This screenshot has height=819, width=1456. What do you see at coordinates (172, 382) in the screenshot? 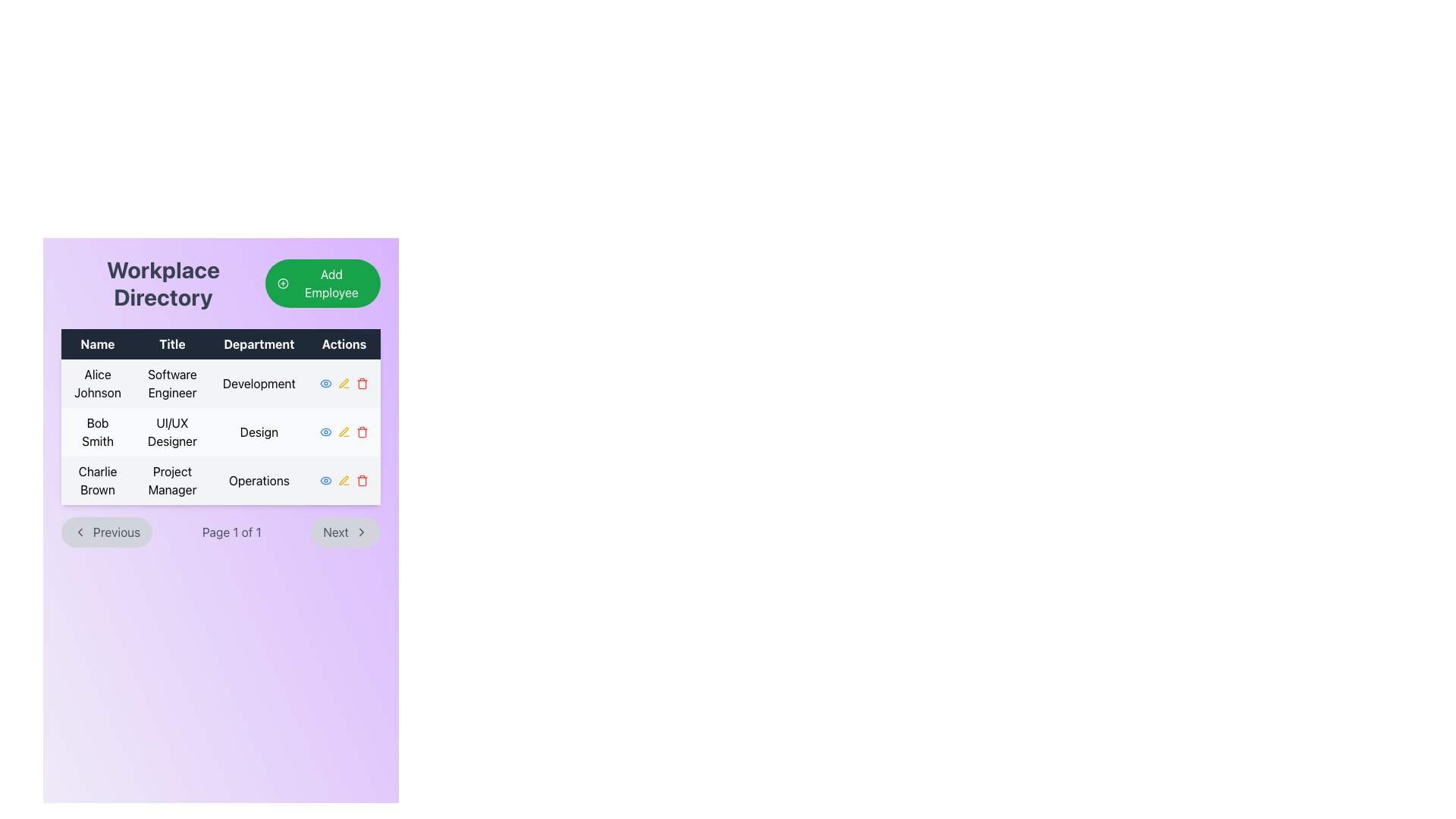
I see `the text label displaying 'Software Engineer' which is located in the 'Title' column under the row for 'Alice Johnson'` at bounding box center [172, 382].